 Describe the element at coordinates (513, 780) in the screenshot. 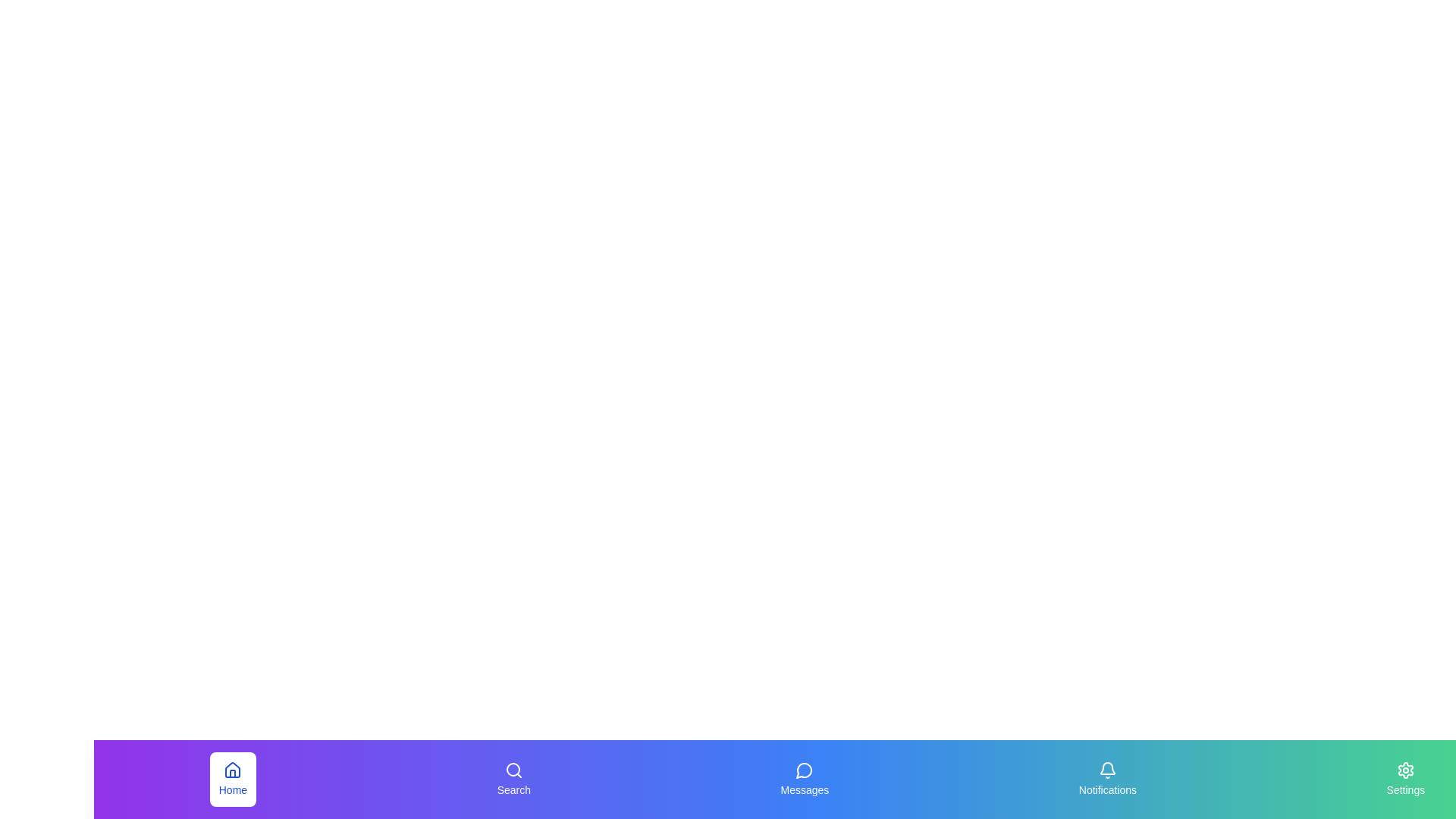

I see `the navigation icon labeled 'Search'` at that location.